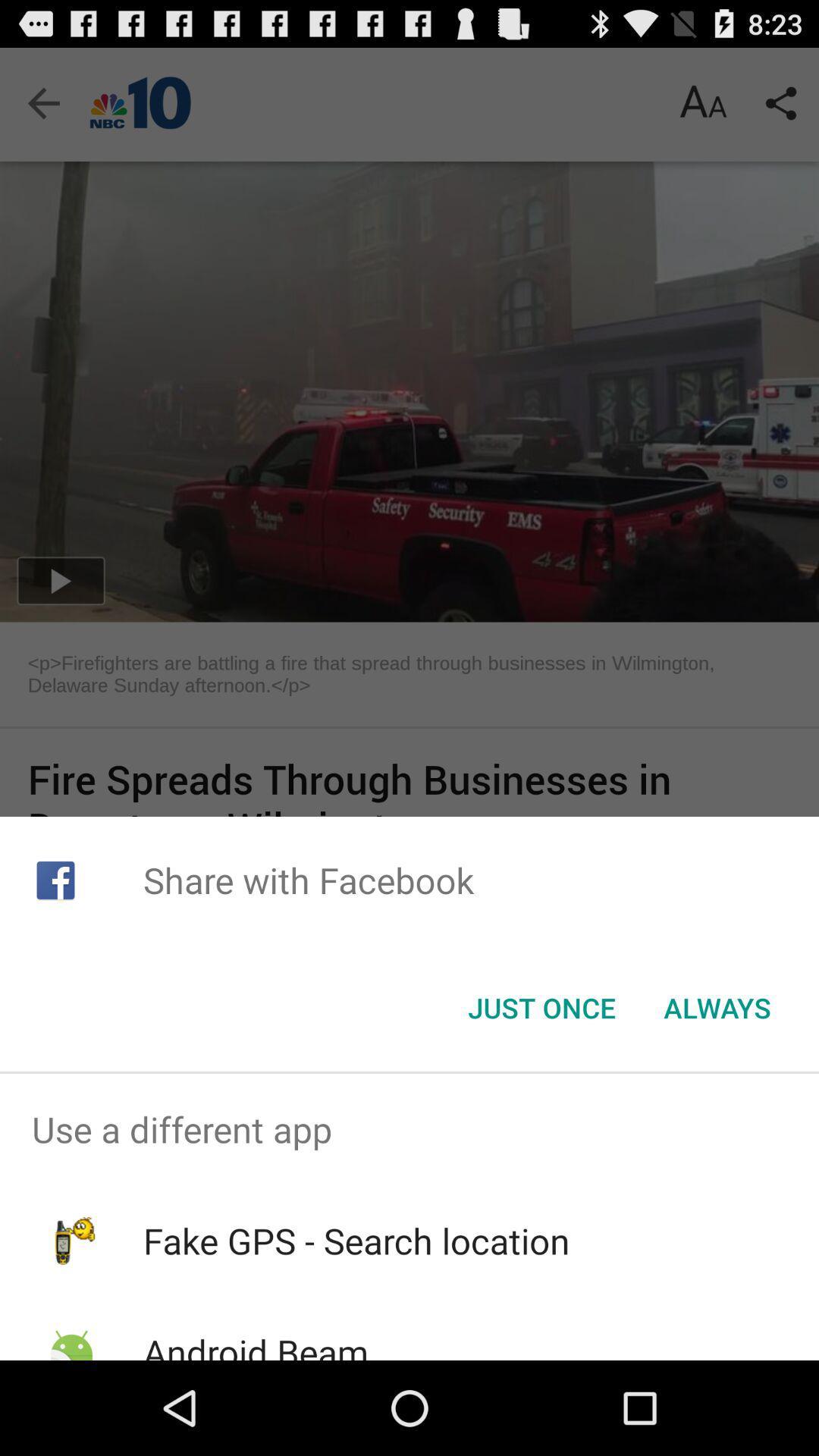 Image resolution: width=819 pixels, height=1456 pixels. I want to click on android beam item, so click(255, 1344).